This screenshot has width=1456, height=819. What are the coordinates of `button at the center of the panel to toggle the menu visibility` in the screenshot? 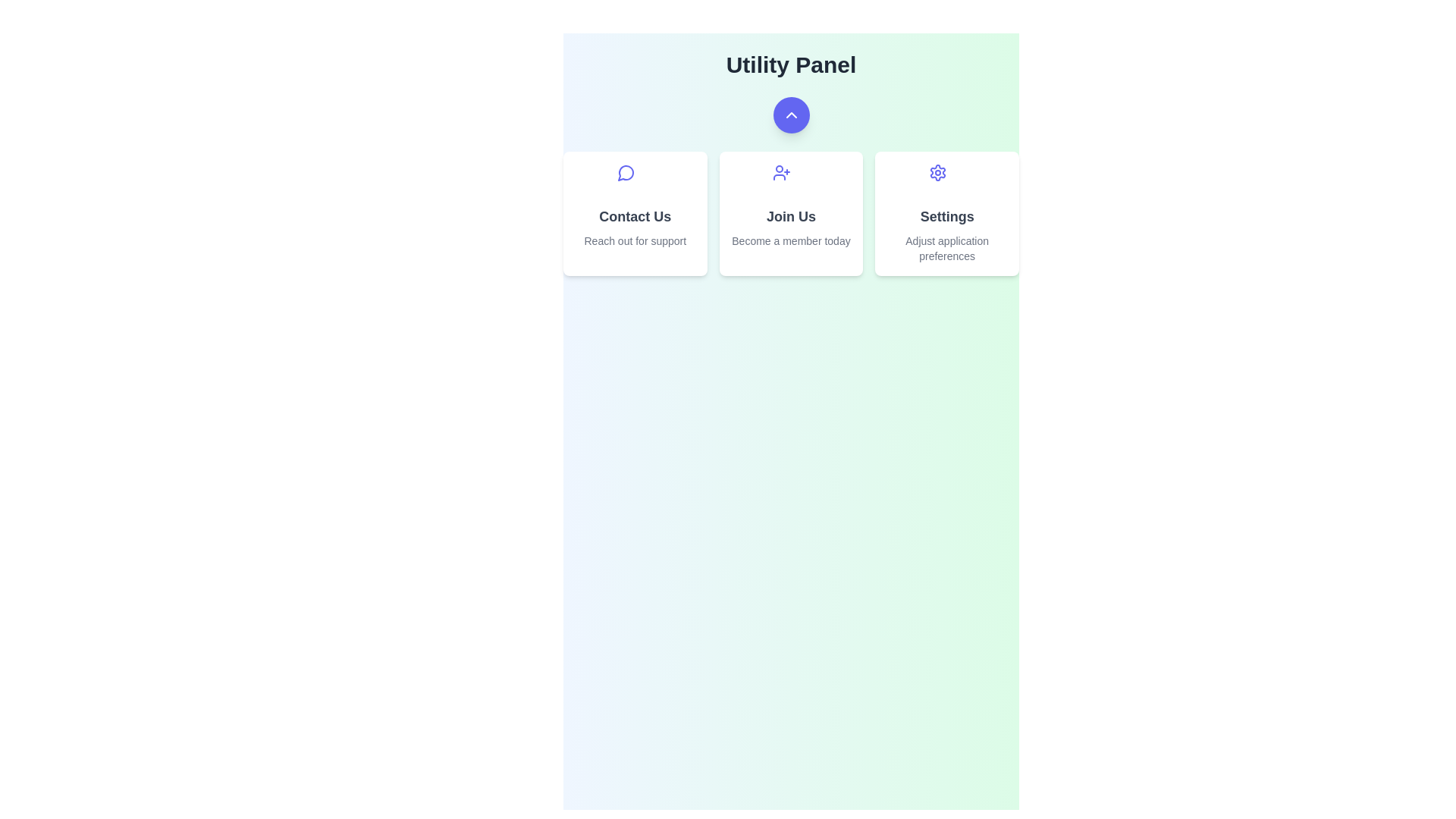 It's located at (790, 114).